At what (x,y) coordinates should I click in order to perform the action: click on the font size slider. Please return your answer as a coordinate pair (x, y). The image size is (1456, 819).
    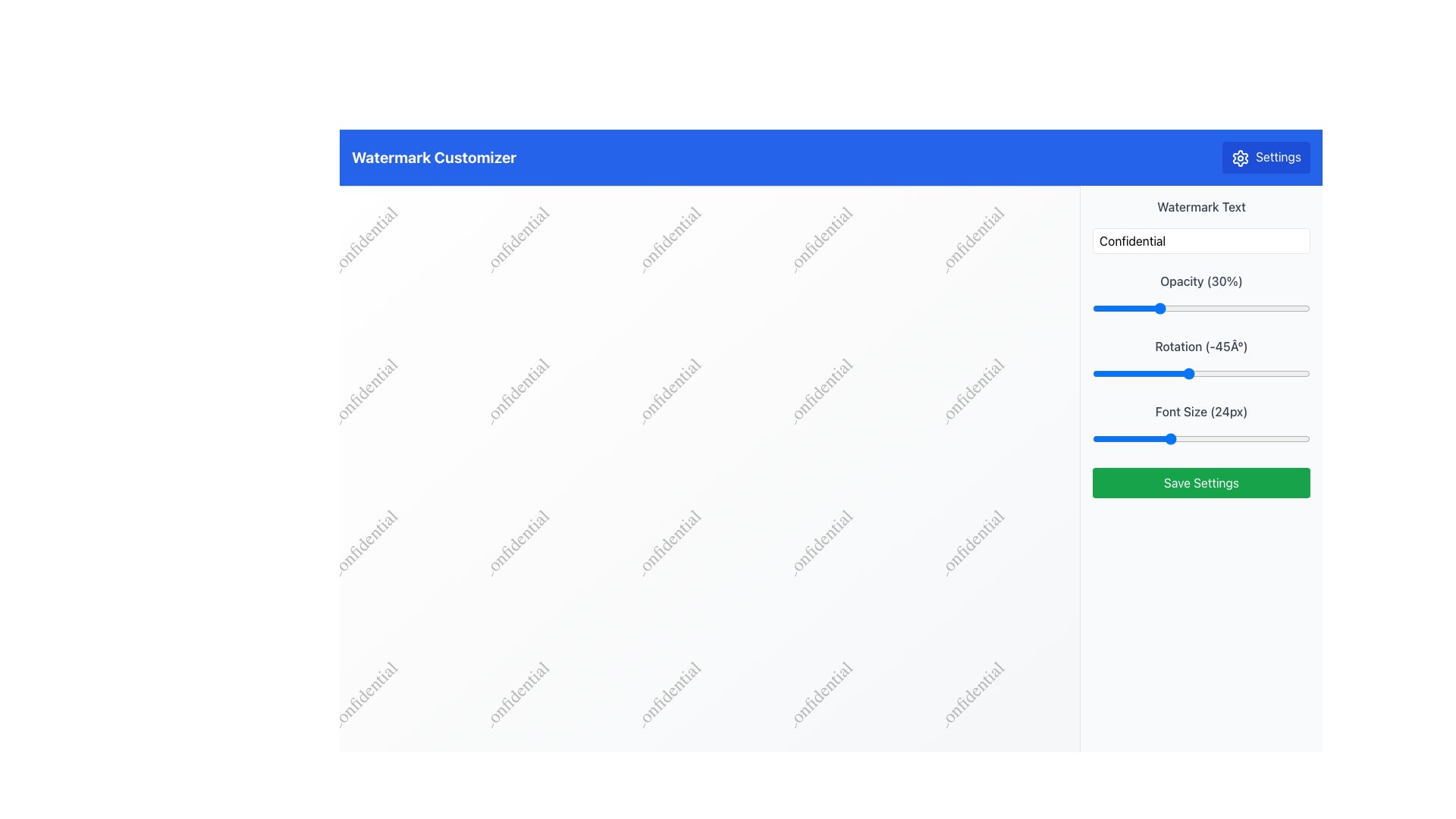
    Looking at the image, I should click on (1147, 438).